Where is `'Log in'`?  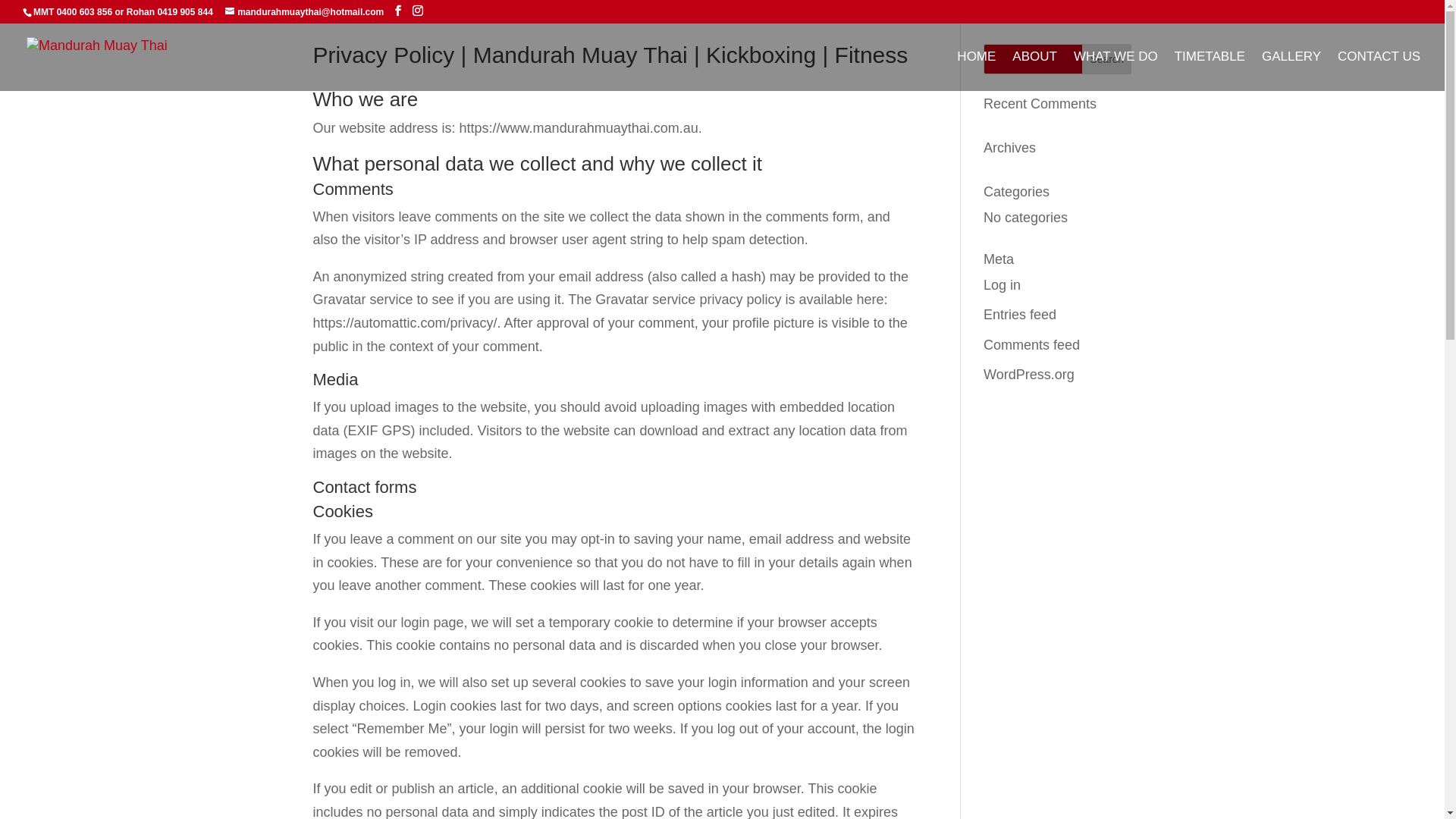 'Log in' is located at coordinates (983, 284).